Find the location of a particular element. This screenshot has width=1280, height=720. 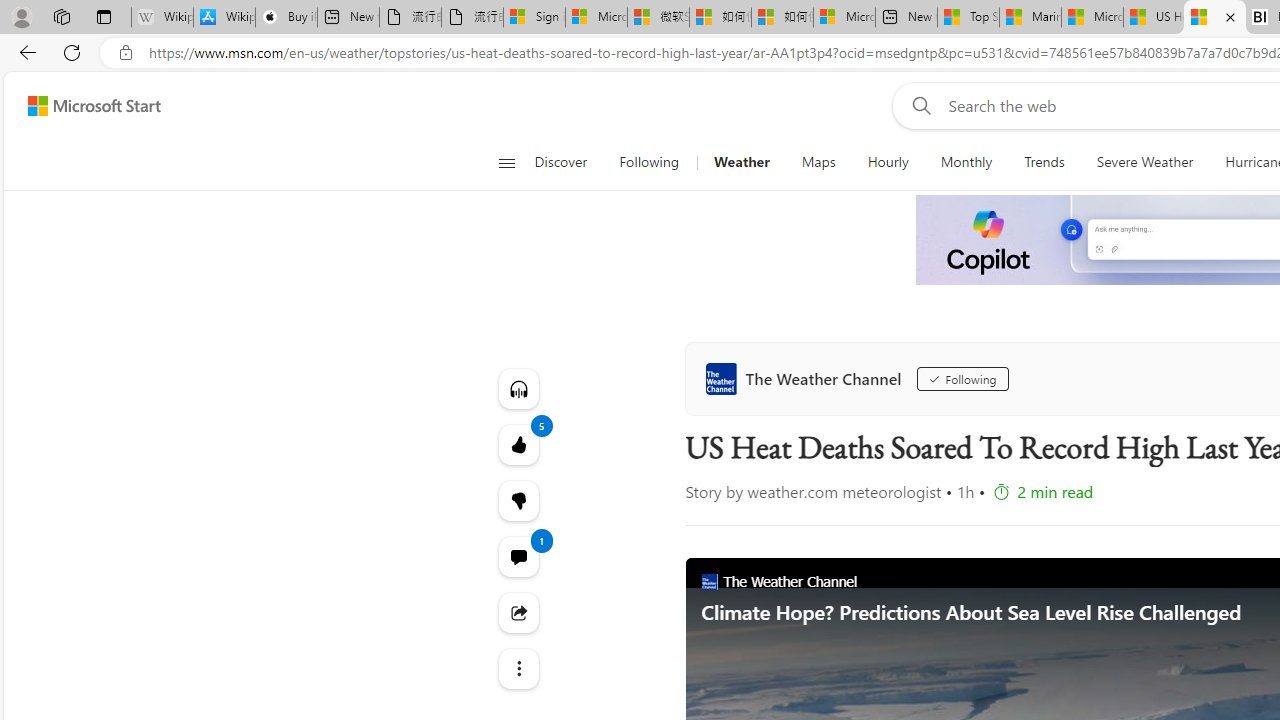

'Close tab' is located at coordinates (1229, 17).